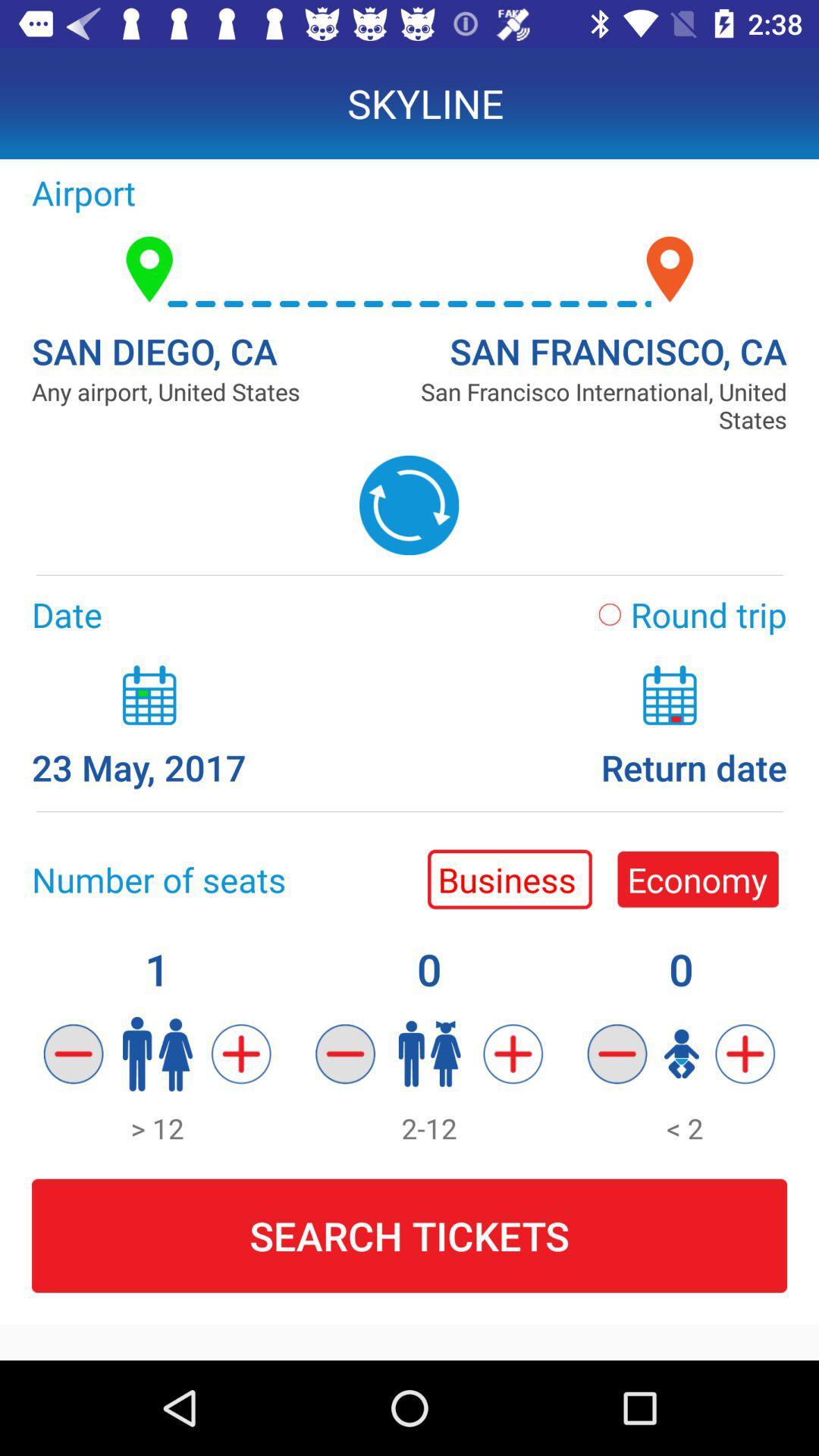 The image size is (819, 1456). I want to click on the calendar icon above 23 may 2017, so click(149, 694).